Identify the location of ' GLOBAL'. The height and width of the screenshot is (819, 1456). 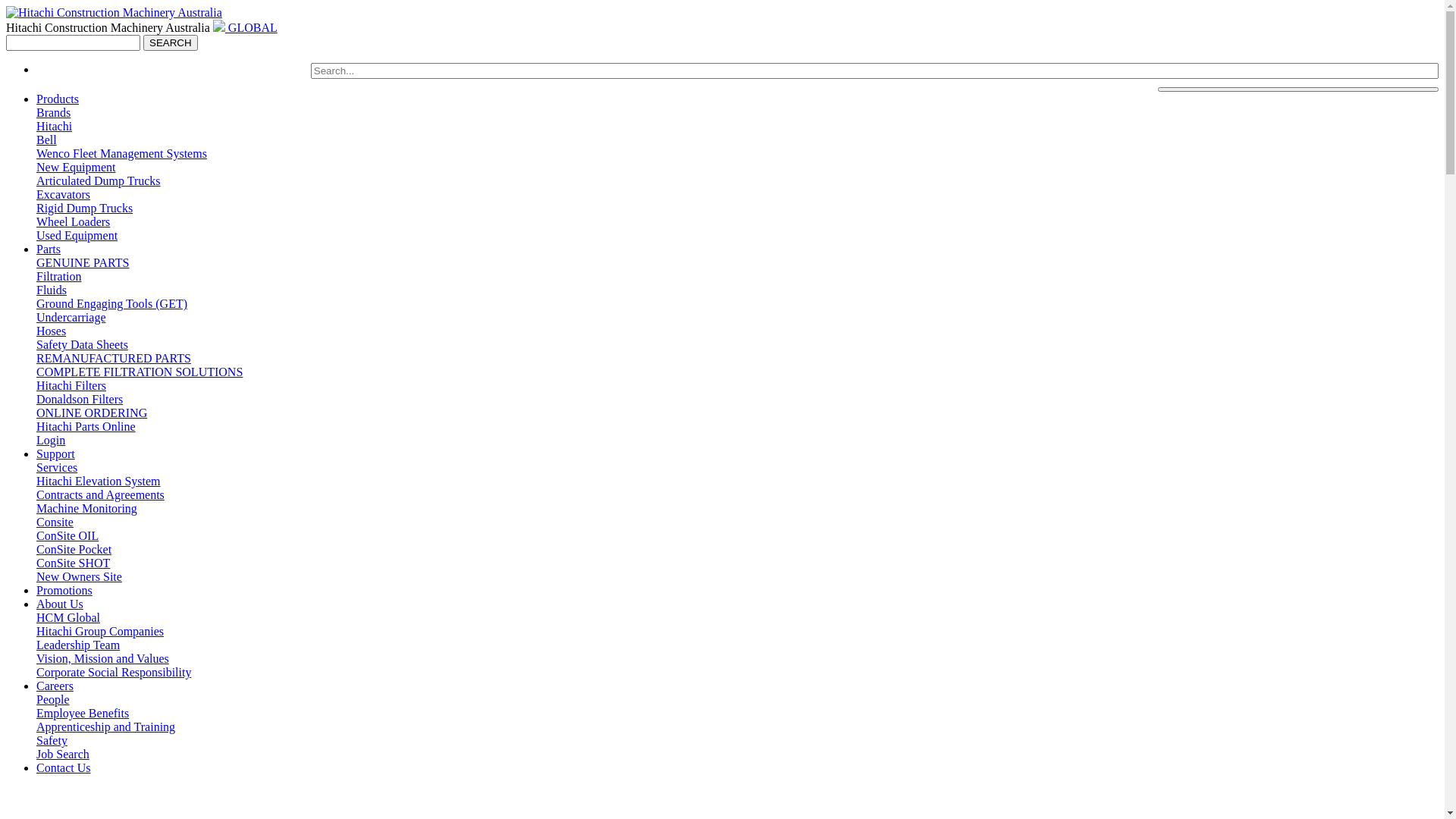
(245, 27).